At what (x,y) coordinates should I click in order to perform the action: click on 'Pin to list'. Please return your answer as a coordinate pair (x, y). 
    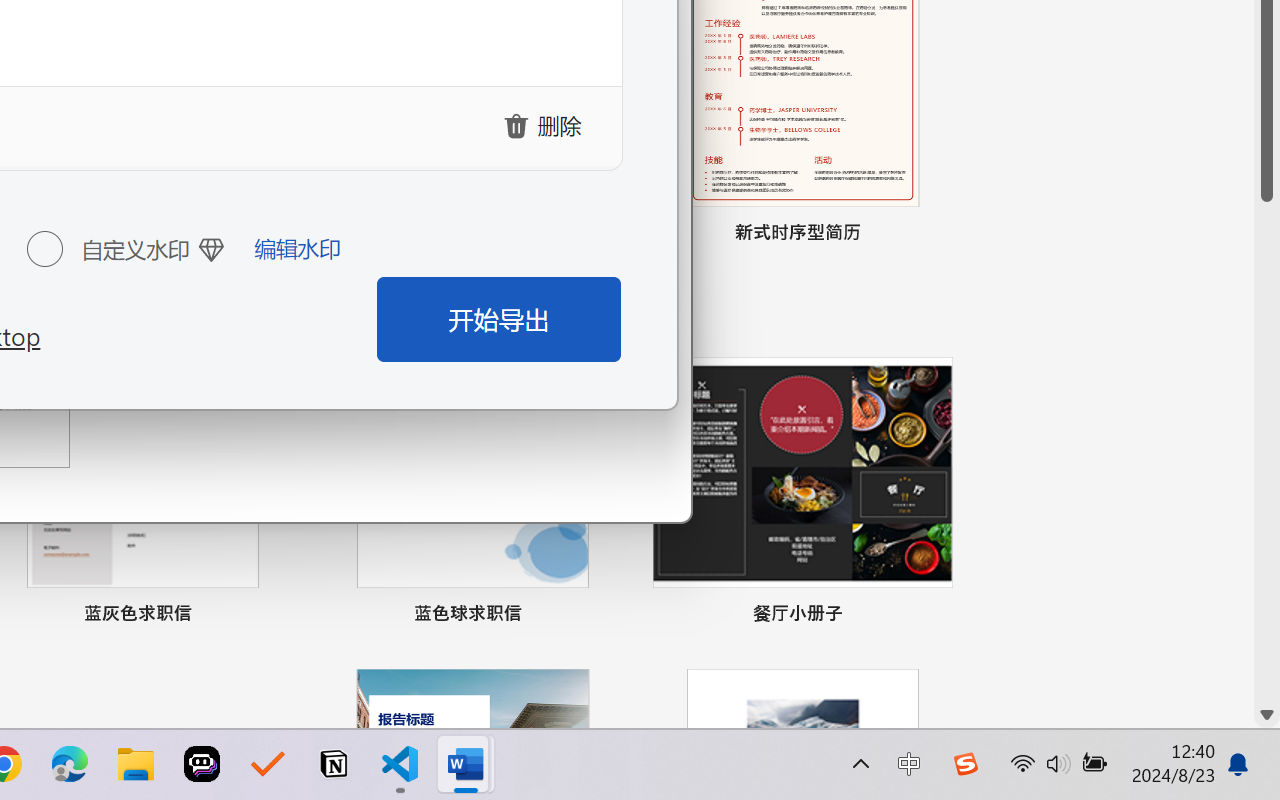
    Looking at the image, I should click on (933, 616).